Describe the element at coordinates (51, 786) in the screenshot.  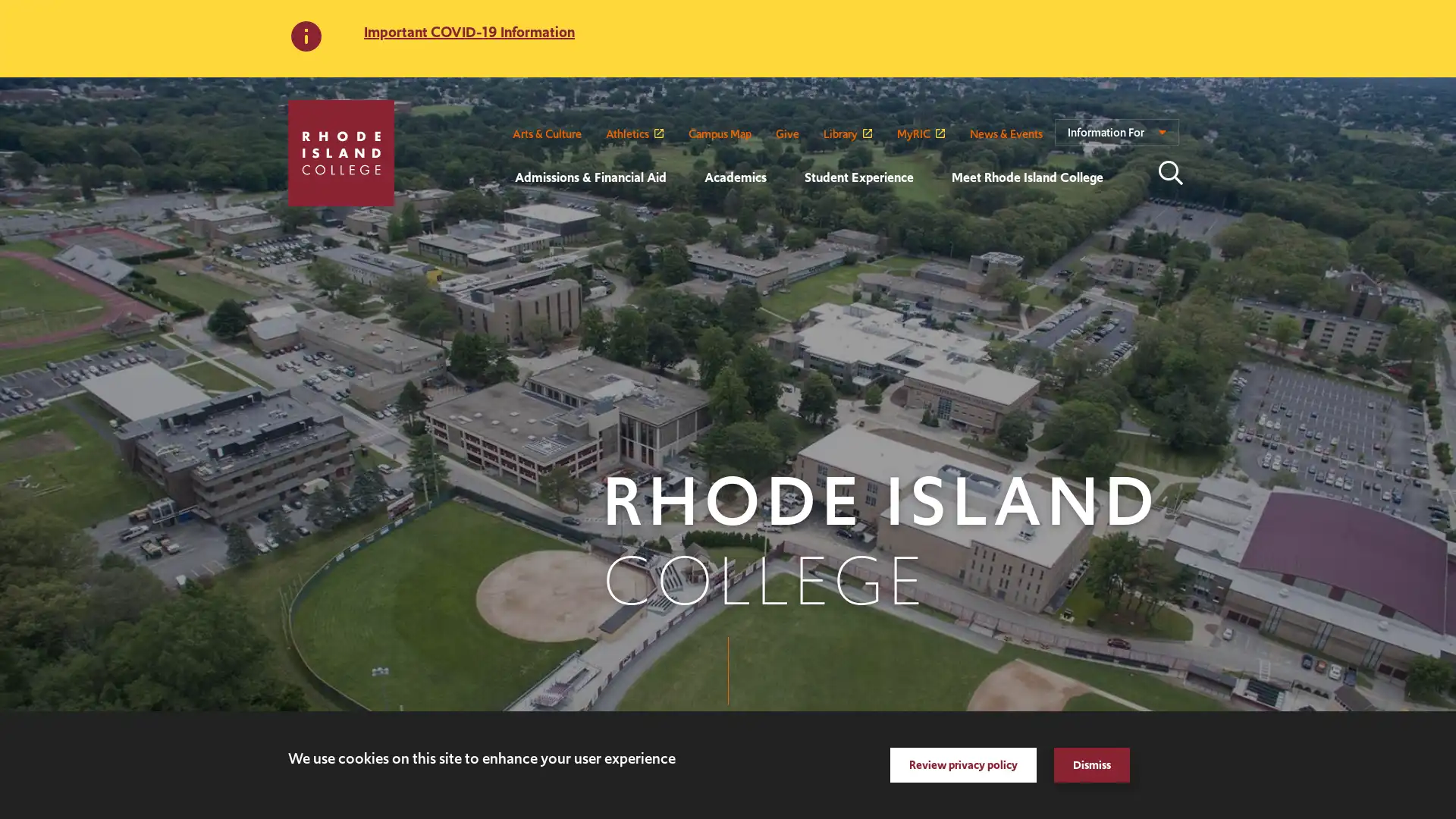
I see `Pause the videopause` at that location.